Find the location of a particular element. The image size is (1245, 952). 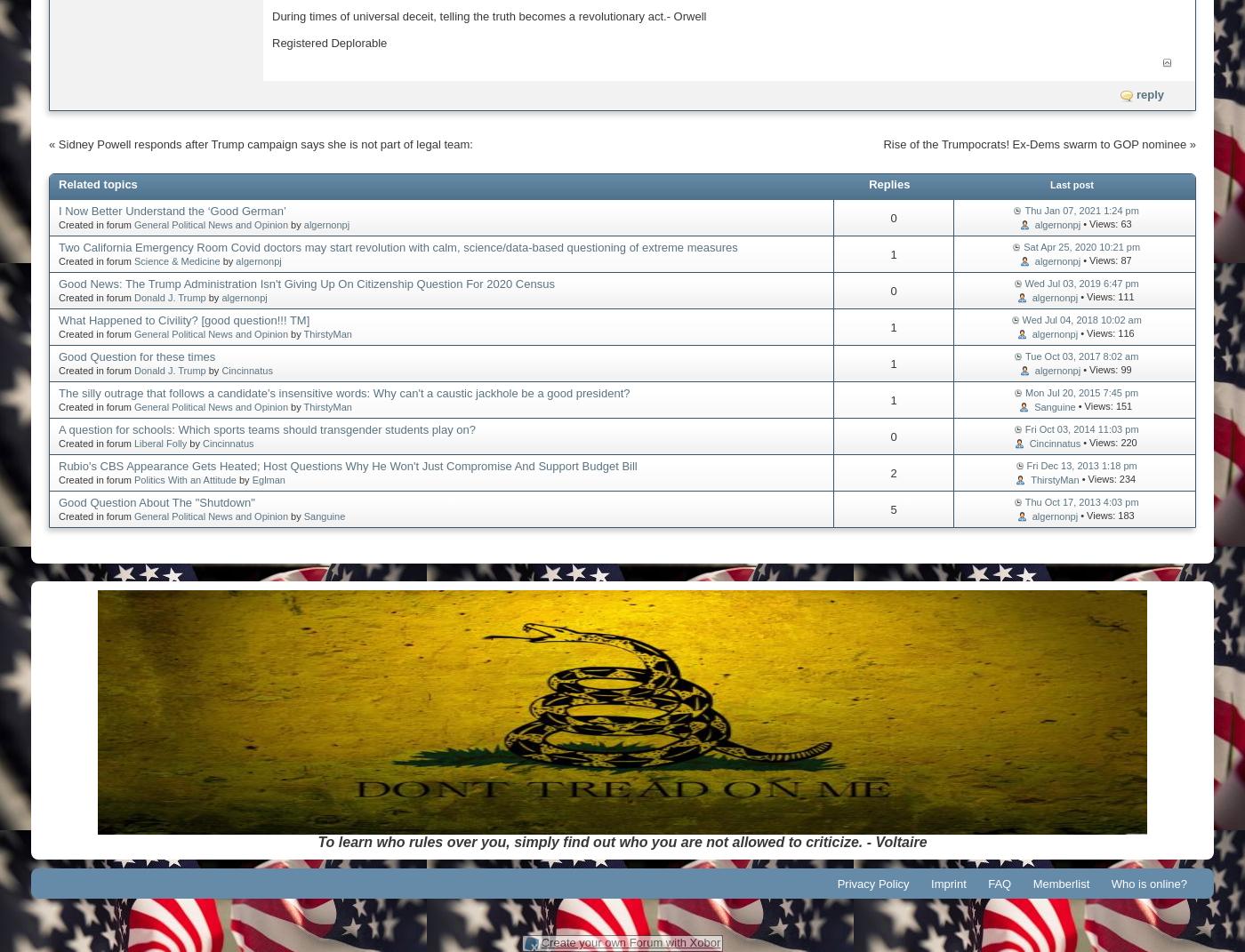

'• Views: 87' is located at coordinates (1105, 259).